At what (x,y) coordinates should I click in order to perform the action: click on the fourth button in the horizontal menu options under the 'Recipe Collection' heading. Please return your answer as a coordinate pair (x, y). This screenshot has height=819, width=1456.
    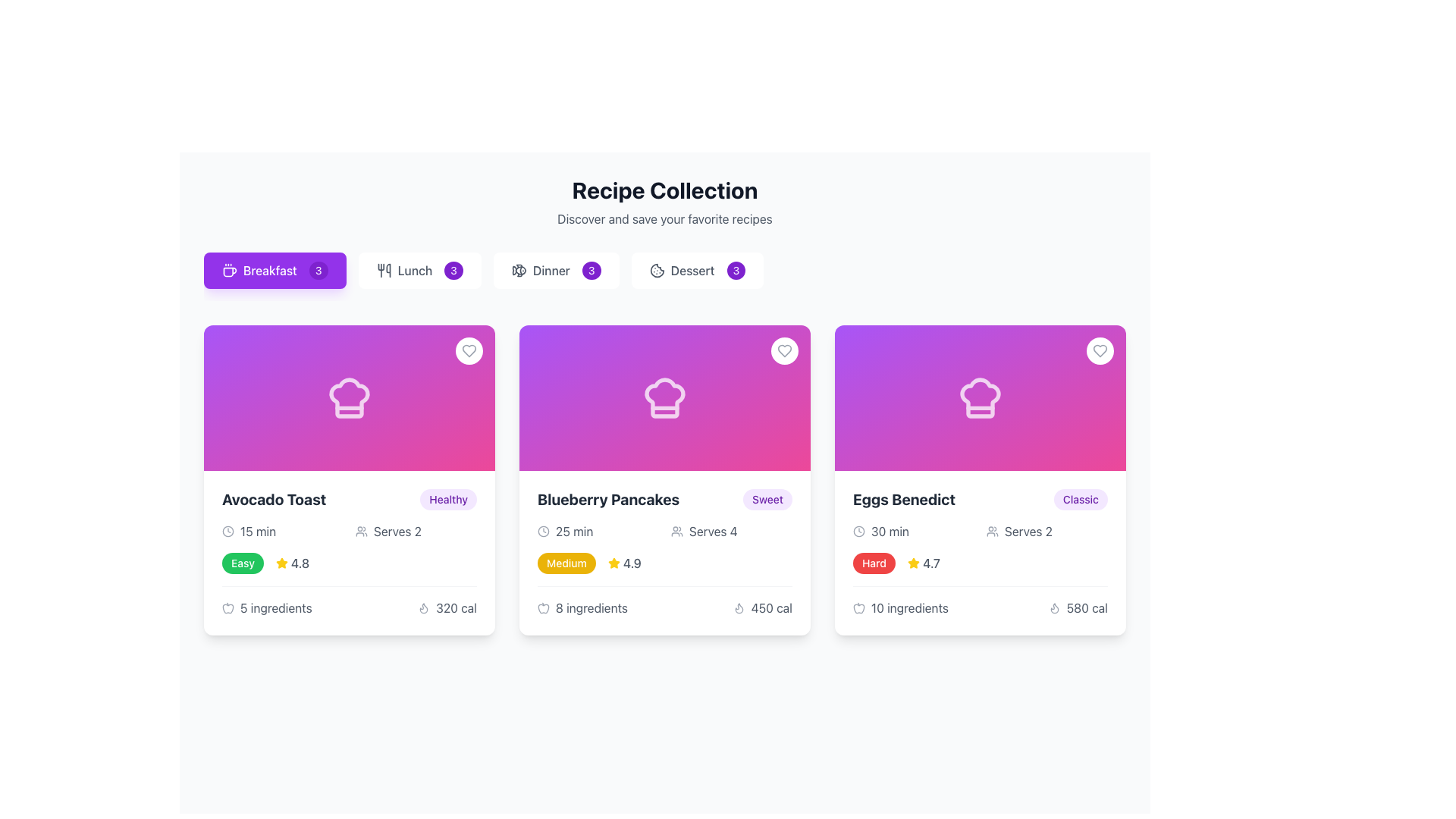
    Looking at the image, I should click on (665, 277).